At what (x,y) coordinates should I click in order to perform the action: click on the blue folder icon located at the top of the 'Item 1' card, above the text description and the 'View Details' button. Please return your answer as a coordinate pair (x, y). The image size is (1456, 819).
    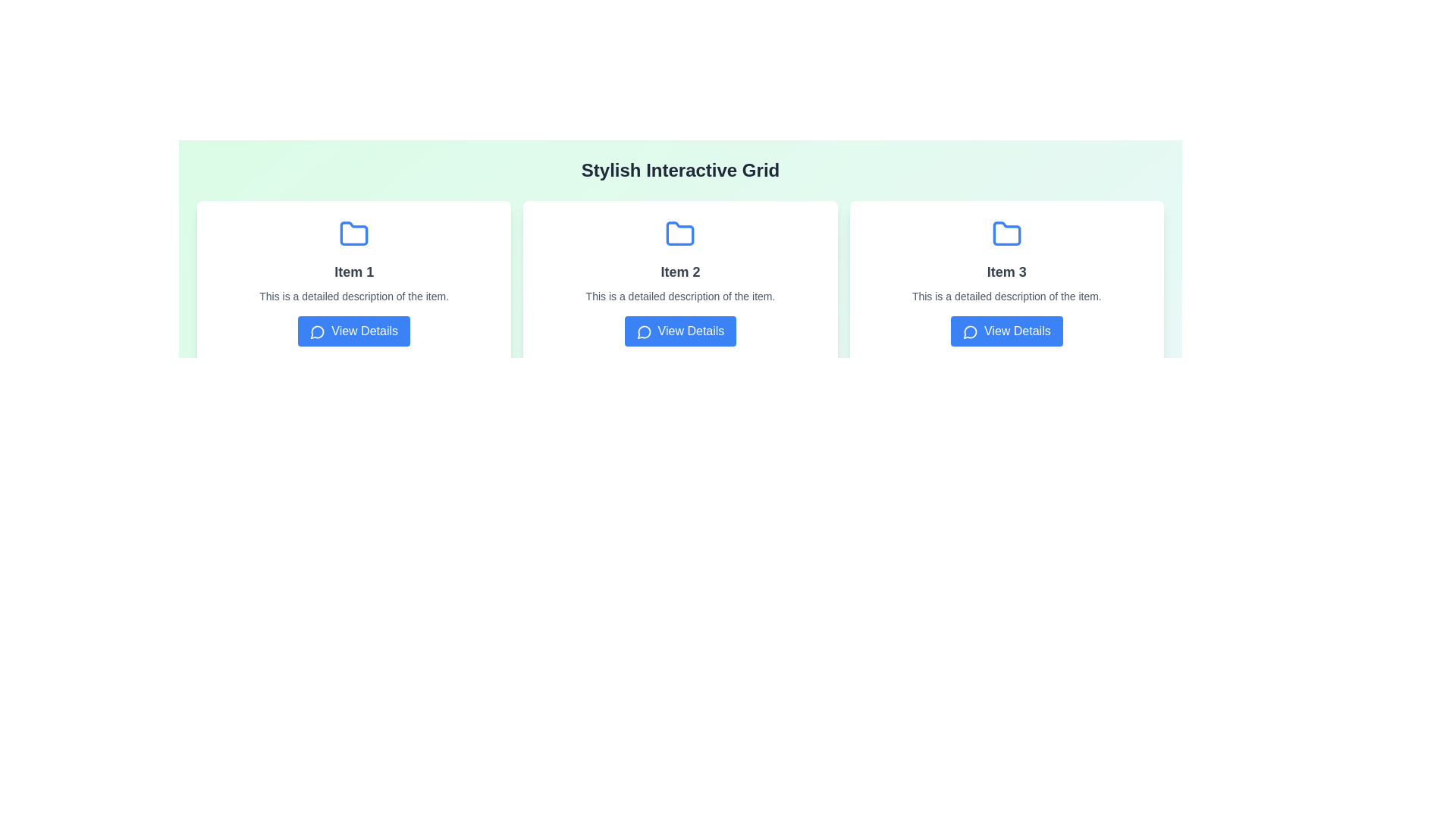
    Looking at the image, I should click on (353, 234).